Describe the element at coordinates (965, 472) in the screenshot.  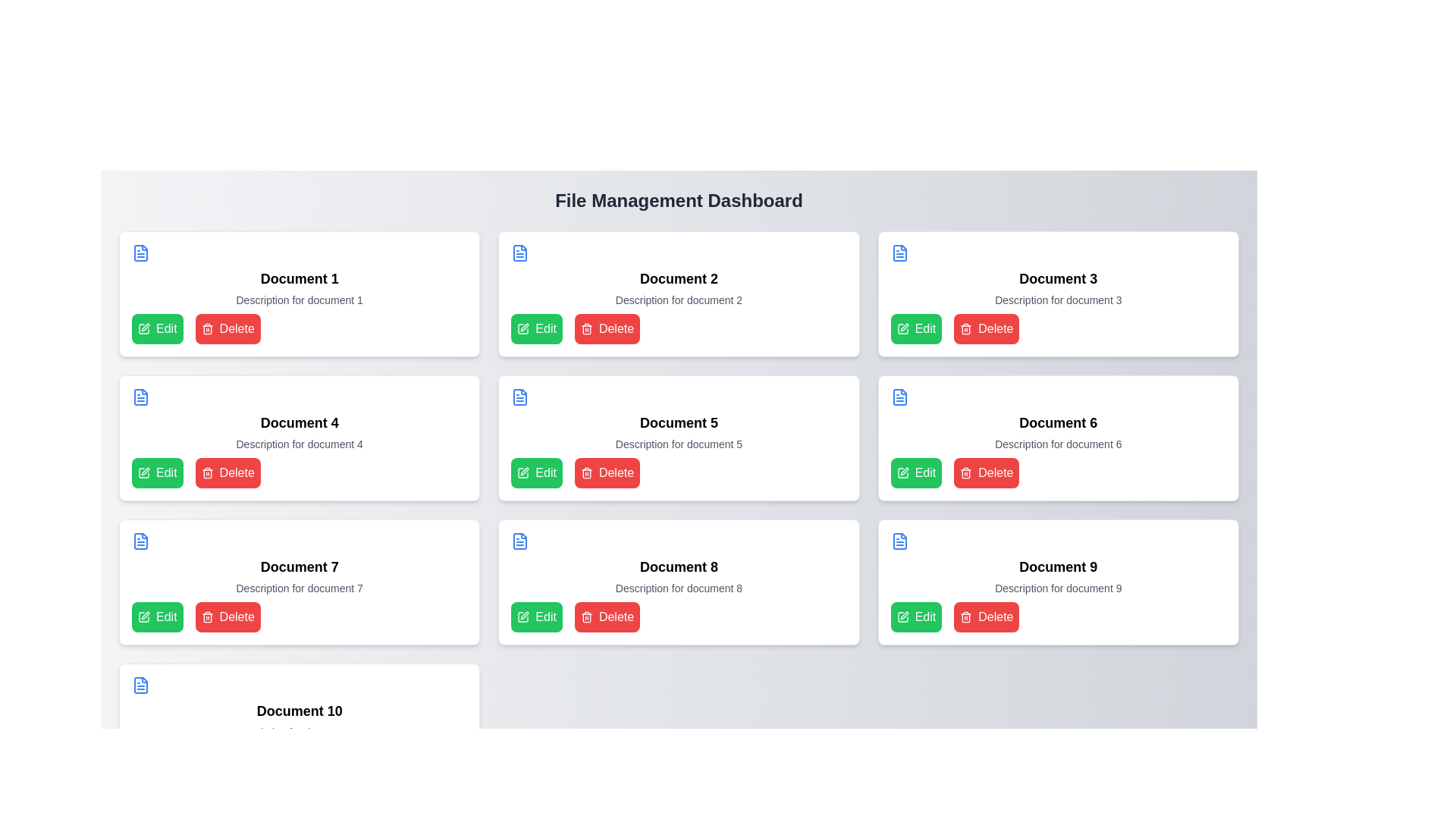
I see `the trash bin icon, which is a small icon with a red fill located inside the 'Delete' button for 'Document 5'` at that location.